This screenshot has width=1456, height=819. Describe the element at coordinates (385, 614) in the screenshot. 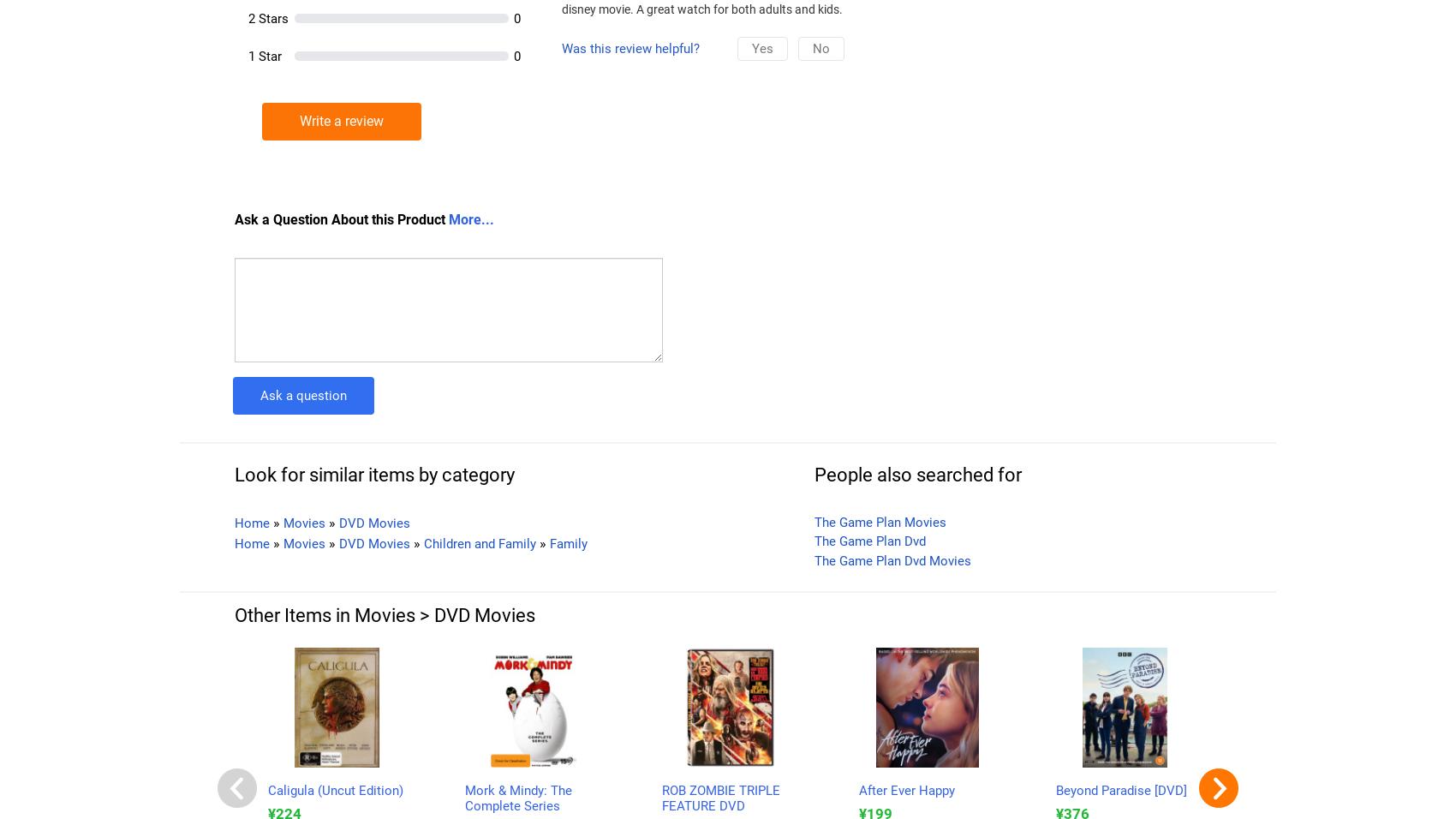

I see `'Other Items in Movies > DVD Movies'` at that location.